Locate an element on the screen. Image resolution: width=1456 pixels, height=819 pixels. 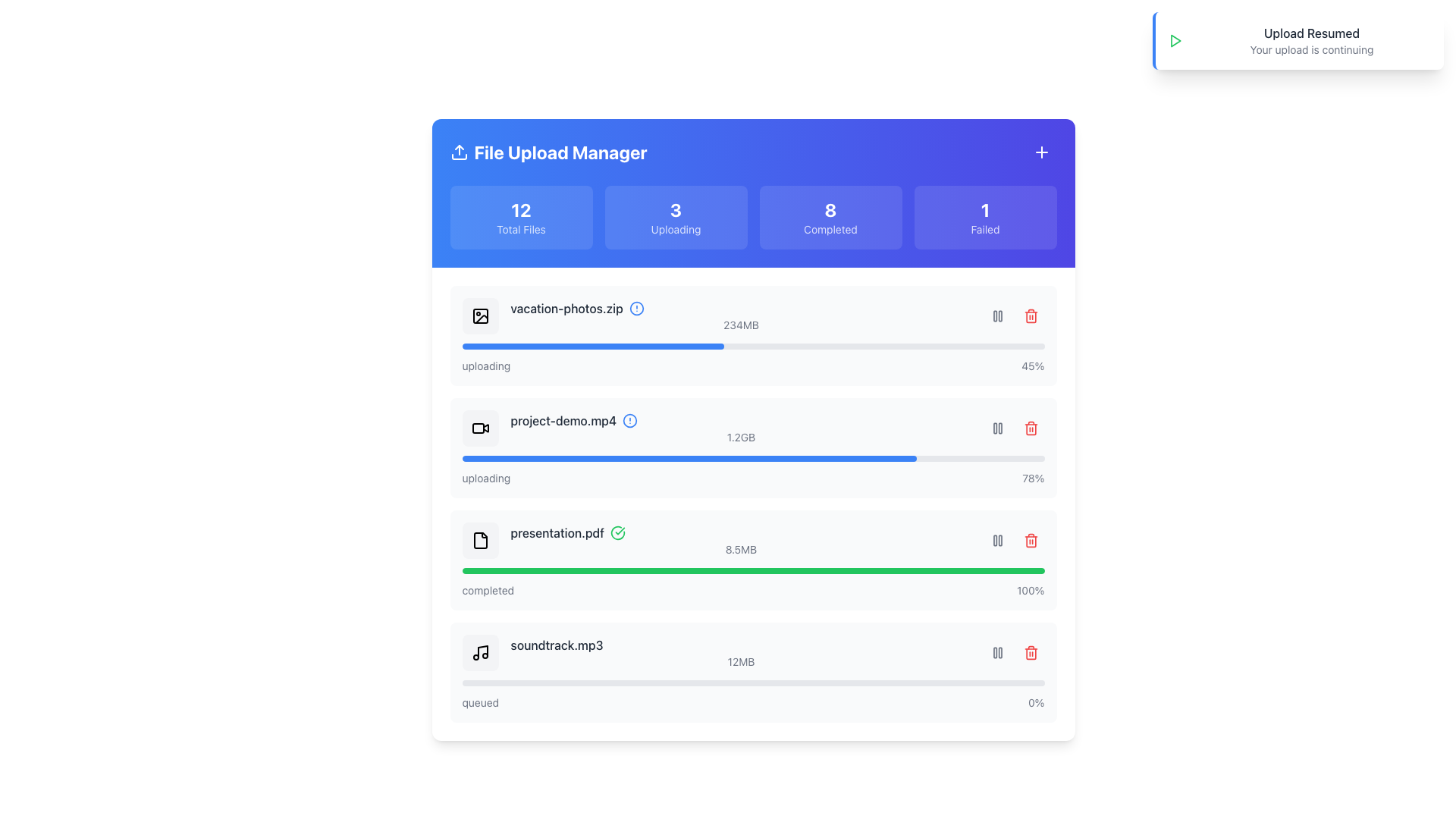
text information from the Notification card titled 'Upload Resumed' located at the top-right corner of the interface is located at coordinates (1298, 40).